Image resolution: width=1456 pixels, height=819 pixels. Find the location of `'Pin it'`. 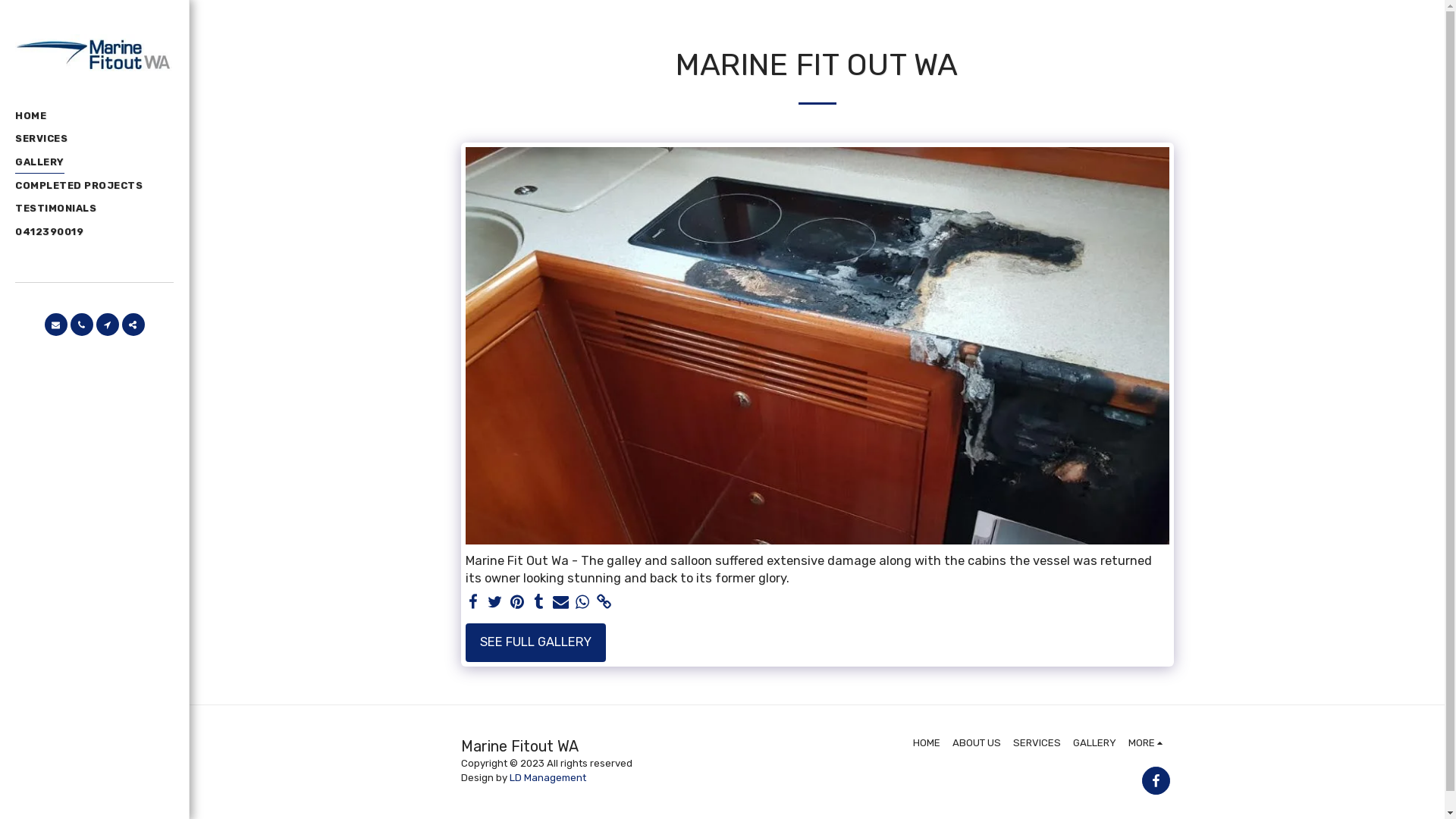

'Pin it' is located at coordinates (516, 601).